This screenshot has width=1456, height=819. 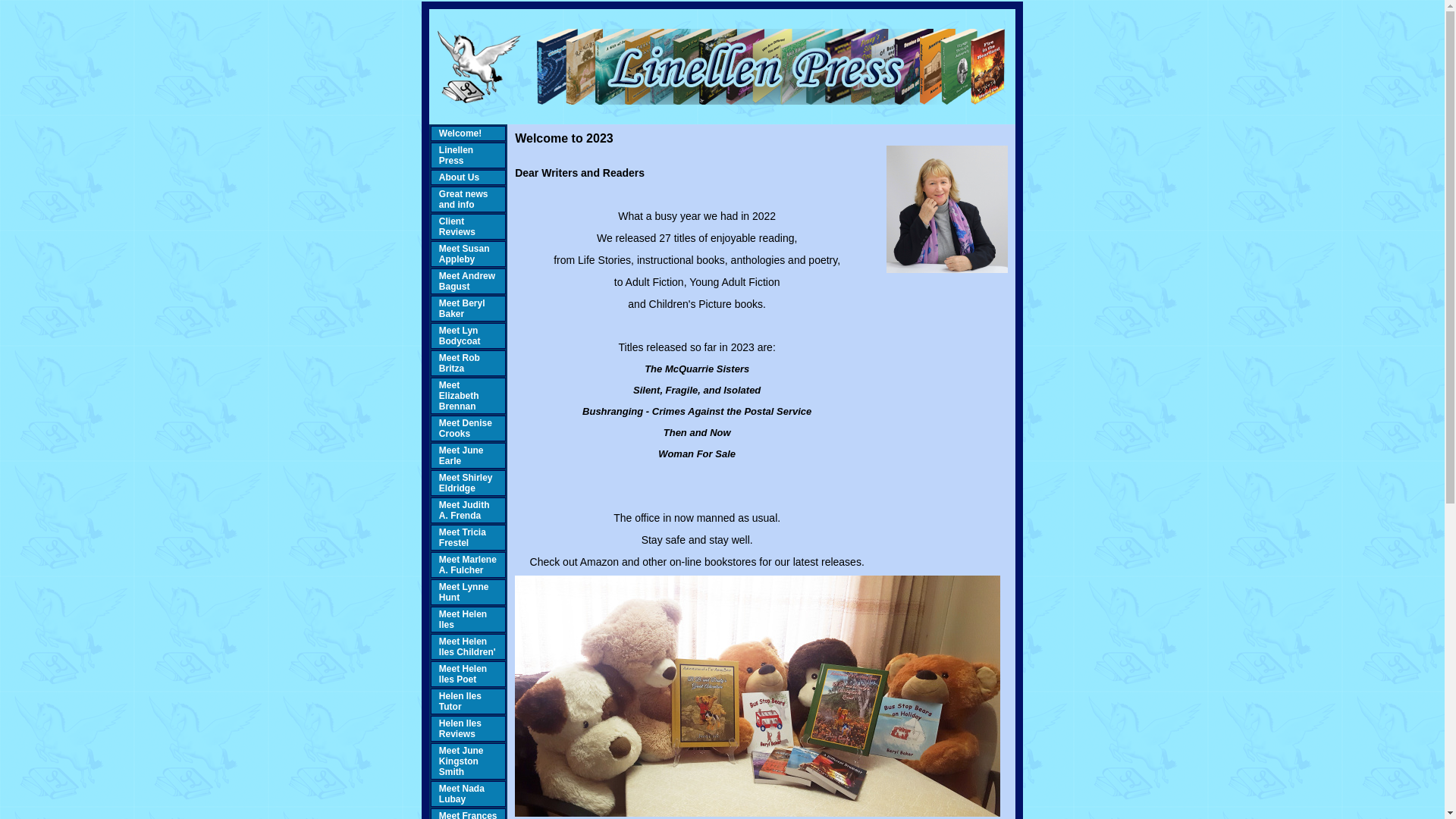 What do you see at coordinates (465, 428) in the screenshot?
I see `'Meet Denise Crooks'` at bounding box center [465, 428].